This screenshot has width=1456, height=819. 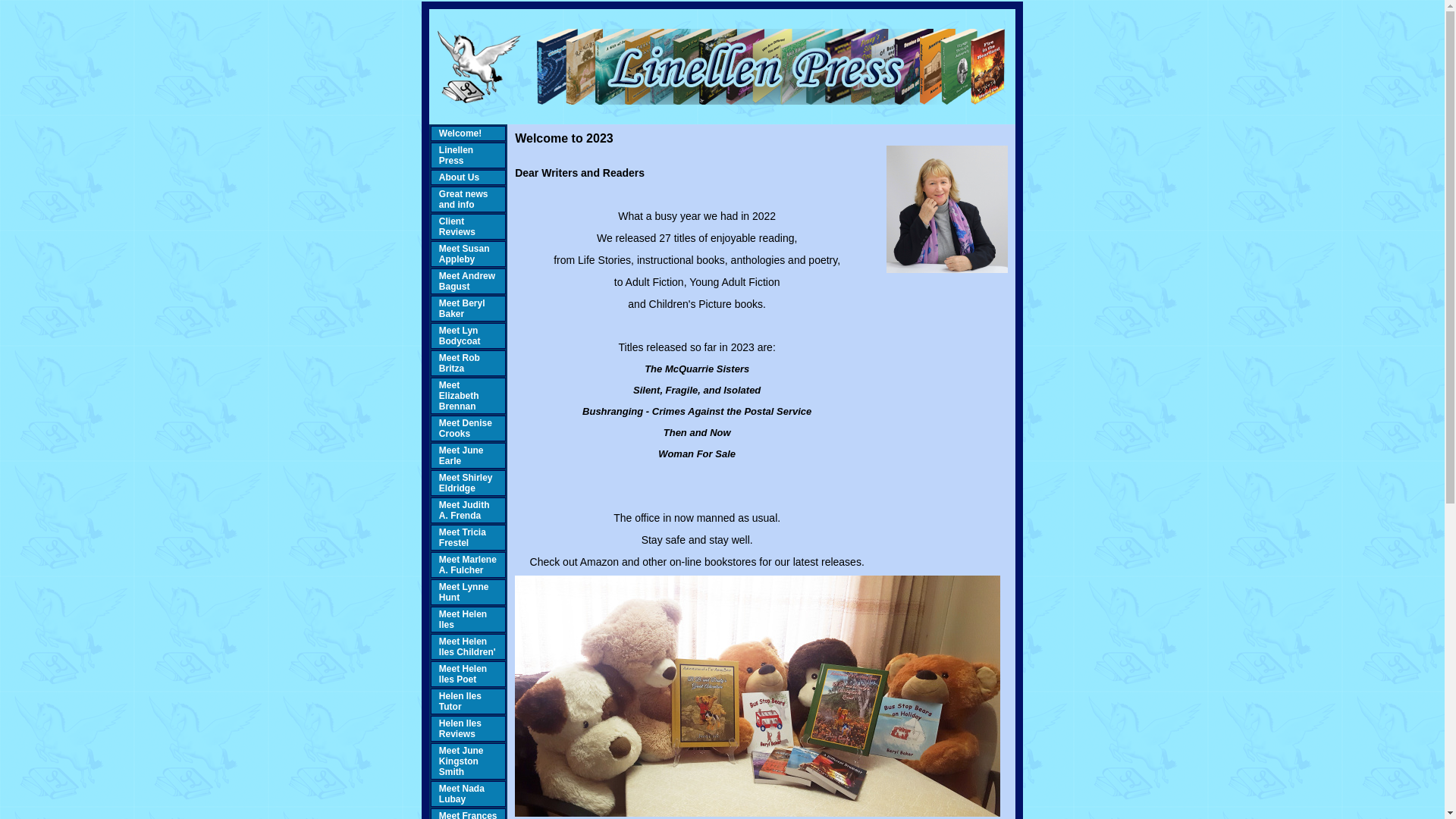 What do you see at coordinates (465, 428) in the screenshot?
I see `'Meet Denise Crooks'` at bounding box center [465, 428].